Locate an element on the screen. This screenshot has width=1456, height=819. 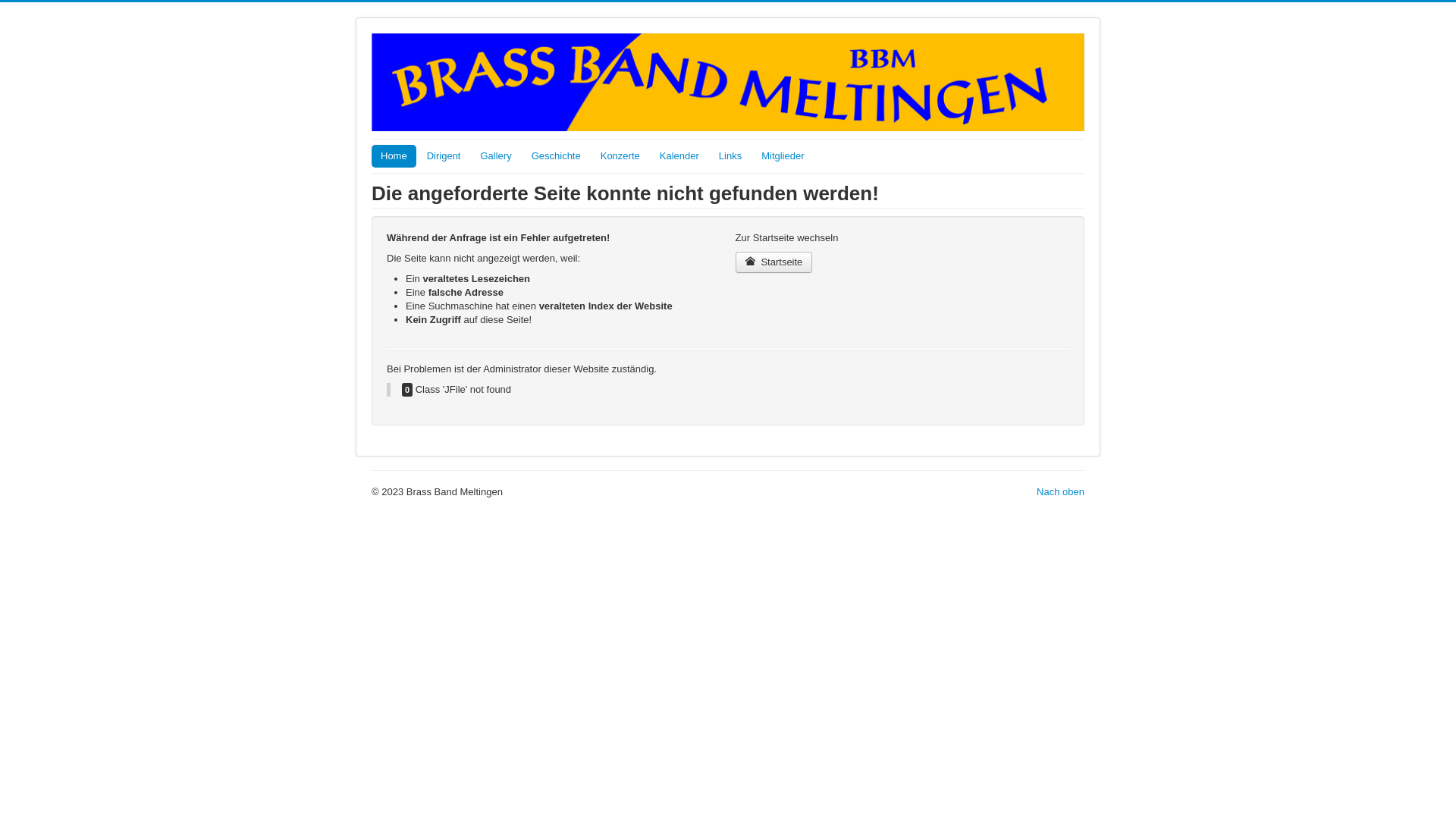
'Kalender' is located at coordinates (679, 155).